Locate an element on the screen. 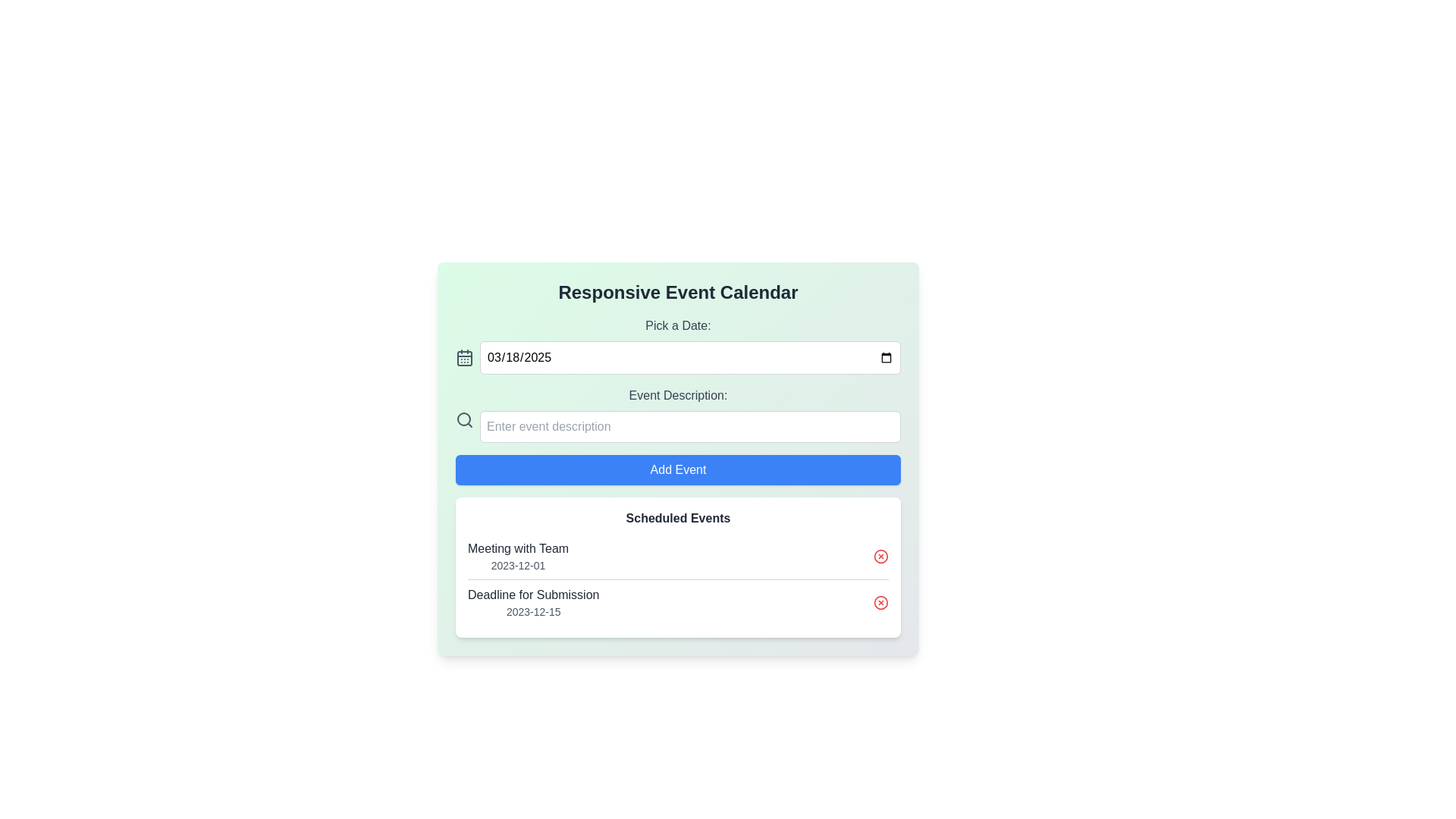  the 'Deadline for Submission' text label, which is displayed in bold gray font at the top of the event row is located at coordinates (533, 595).